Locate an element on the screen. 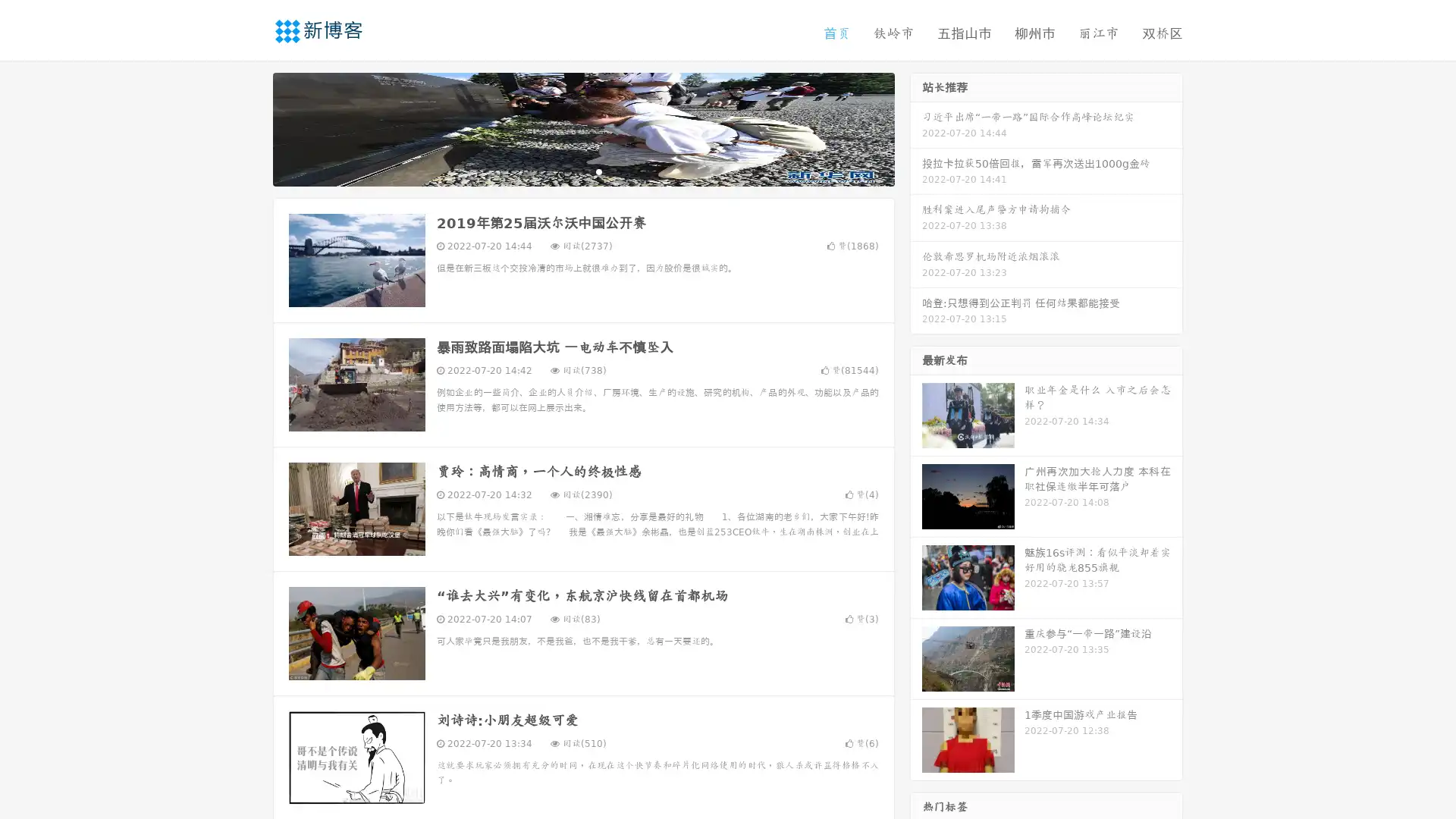 This screenshot has height=819, width=1456. Go to slide 3 is located at coordinates (598, 171).